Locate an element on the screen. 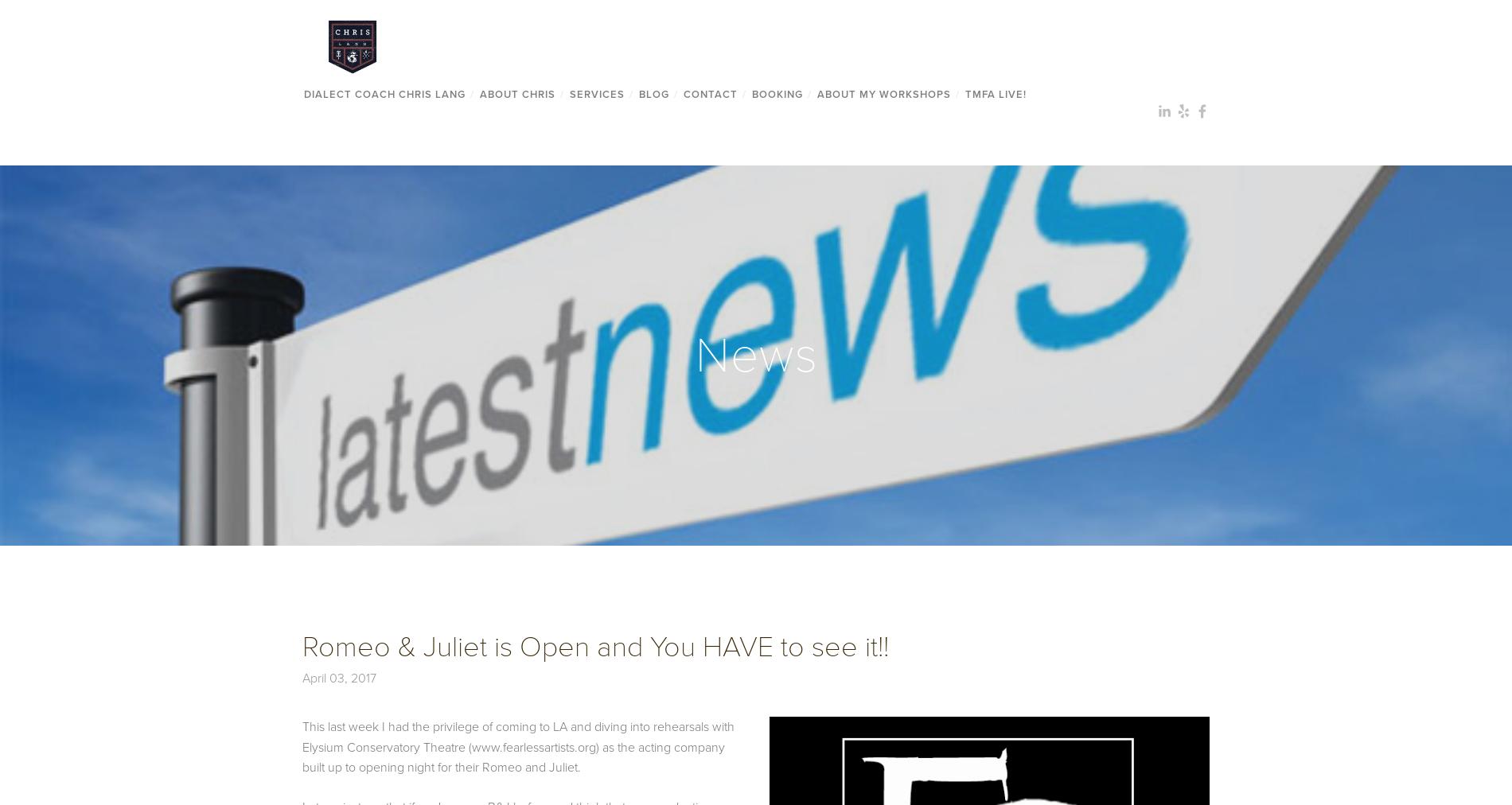 Image resolution: width=1512 pixels, height=805 pixels. 'News' is located at coordinates (756, 354).